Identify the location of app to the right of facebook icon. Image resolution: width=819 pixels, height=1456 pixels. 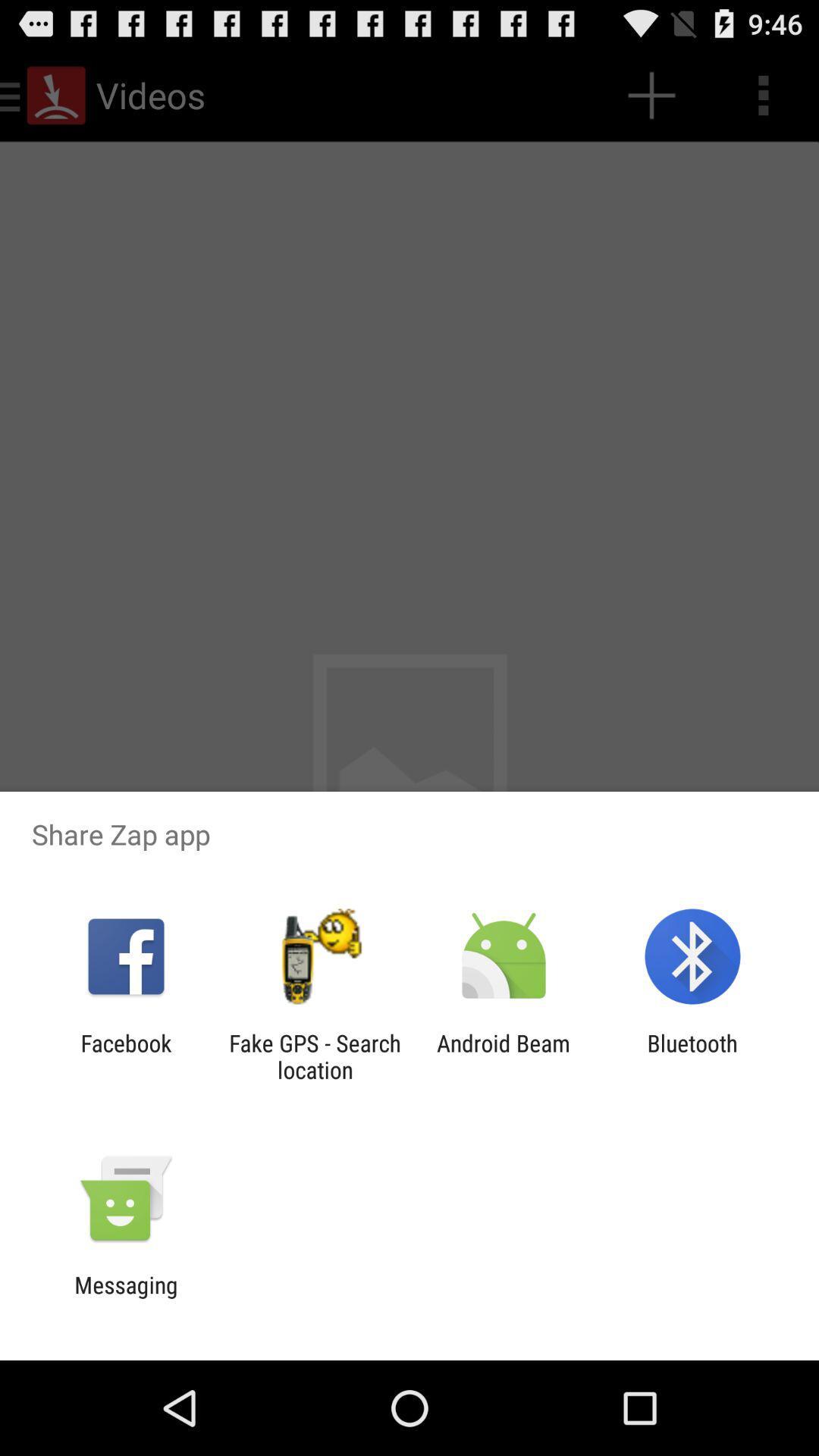
(314, 1056).